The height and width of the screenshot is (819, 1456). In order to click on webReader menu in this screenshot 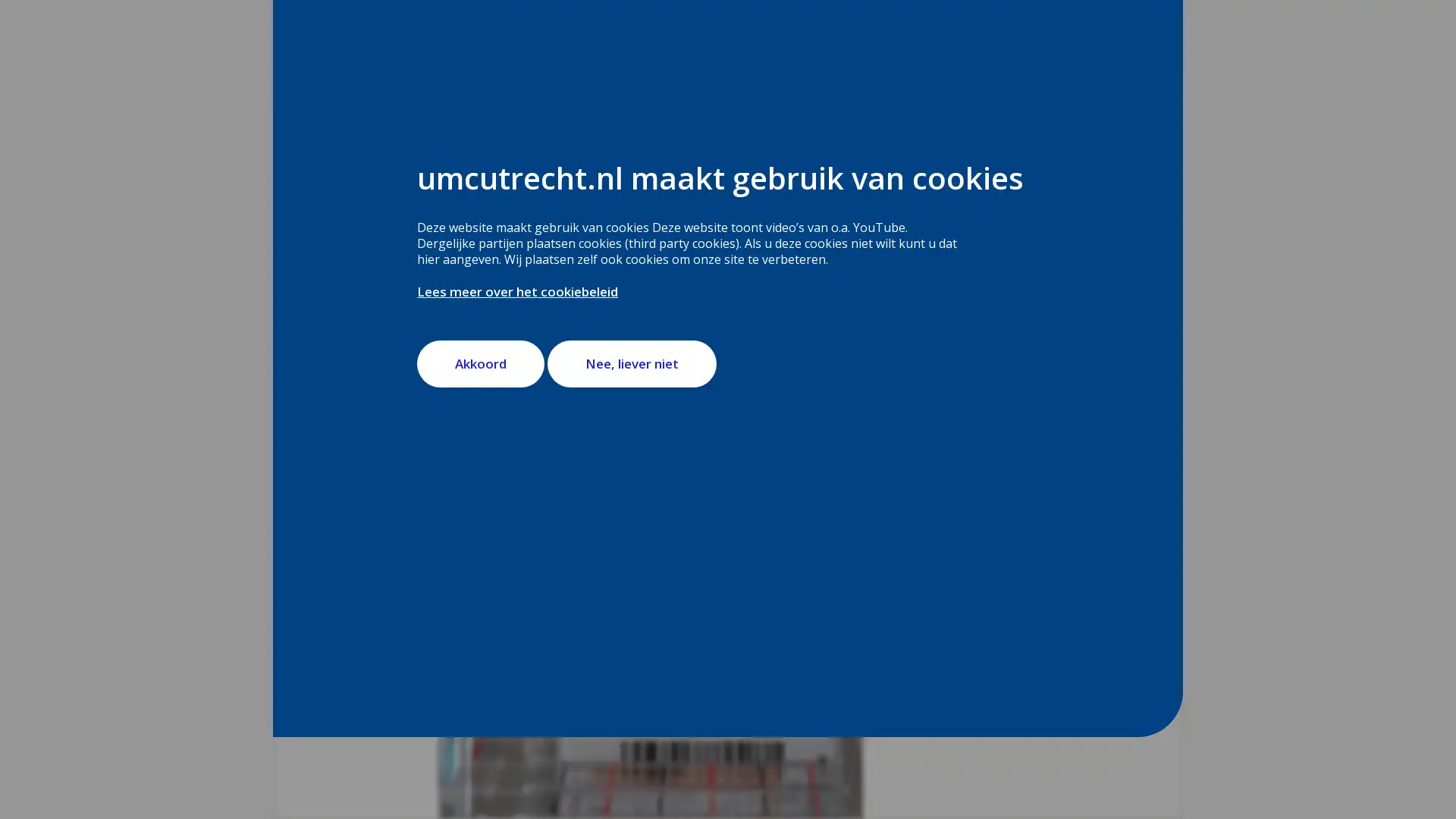, I will do `click(450, 198)`.